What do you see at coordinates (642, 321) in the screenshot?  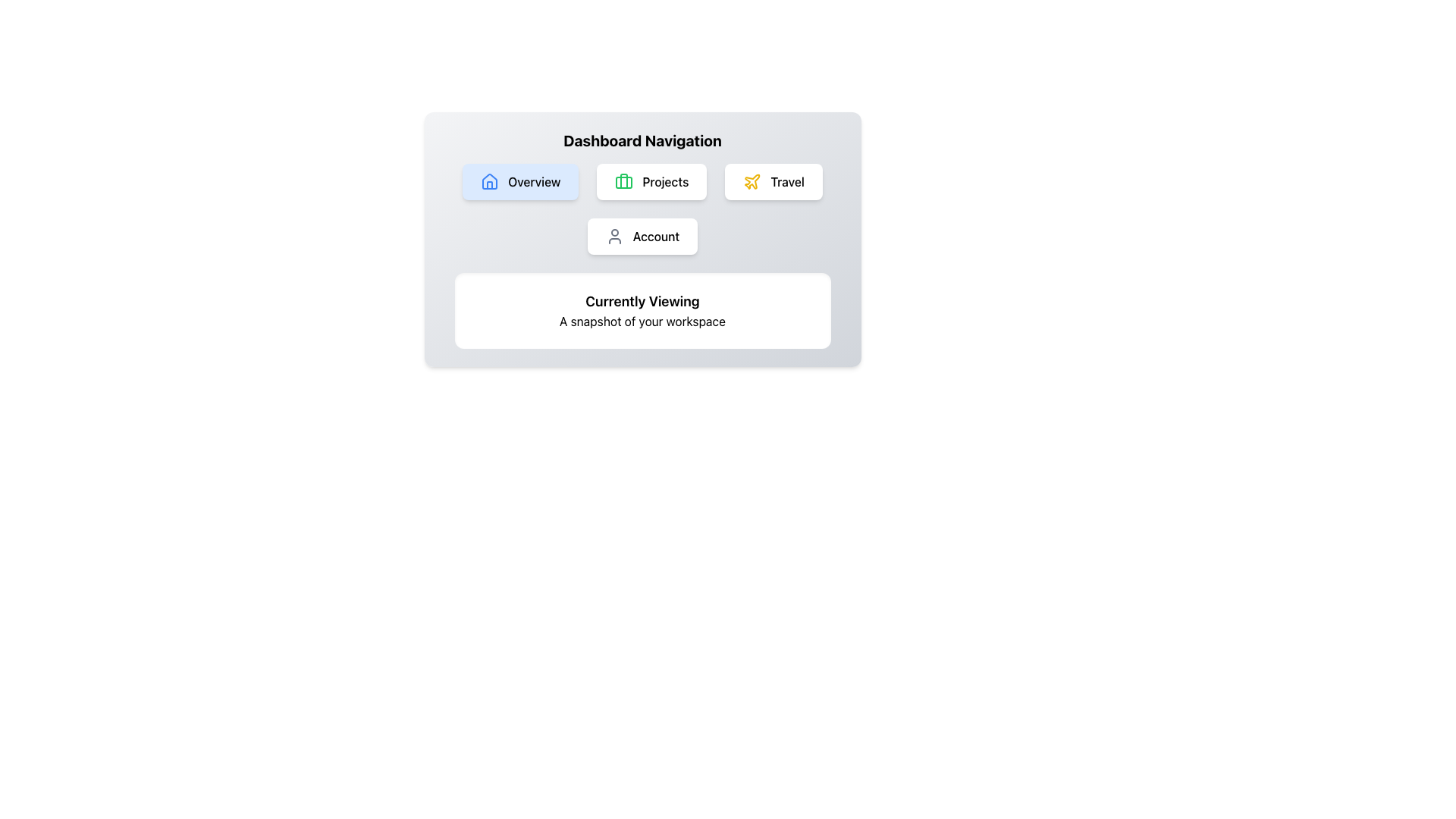 I see `descriptive text label located below the 'Currently Viewing' heading, which provides context or summary information` at bounding box center [642, 321].